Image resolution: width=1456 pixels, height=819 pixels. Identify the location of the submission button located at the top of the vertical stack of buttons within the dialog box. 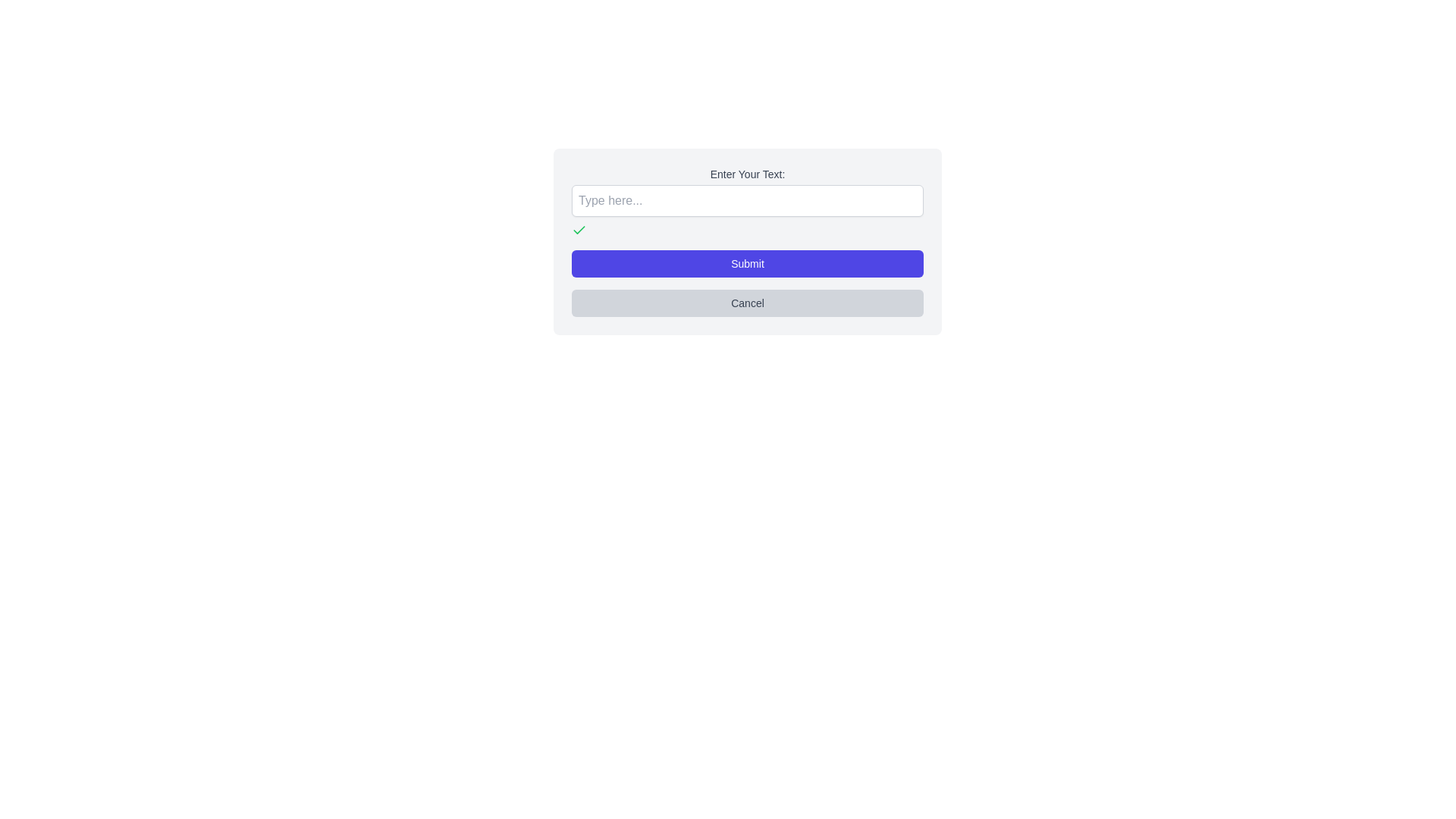
(747, 262).